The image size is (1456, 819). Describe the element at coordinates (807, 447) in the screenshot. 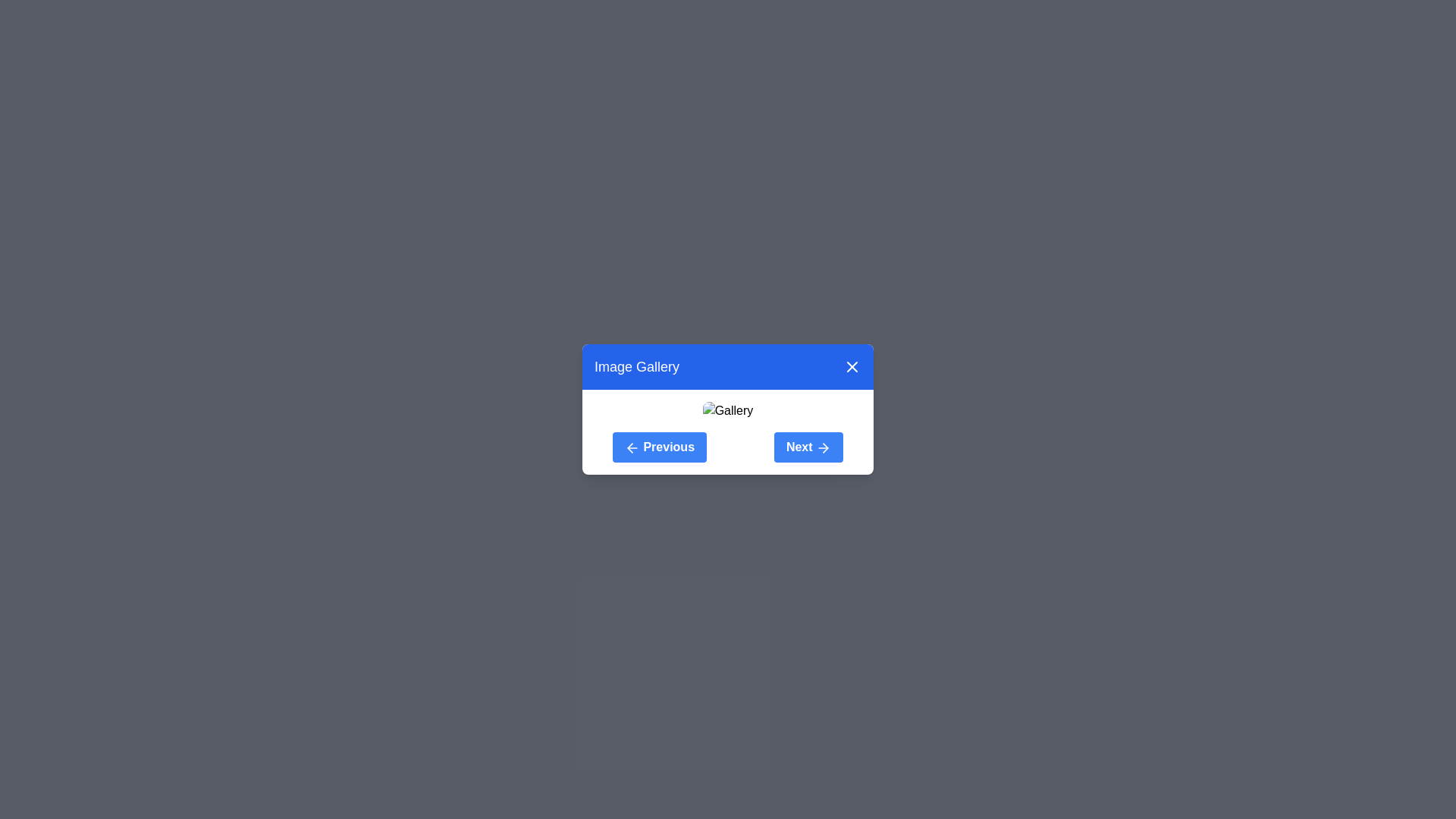

I see `the 'Next' button to navigate to the next image` at that location.